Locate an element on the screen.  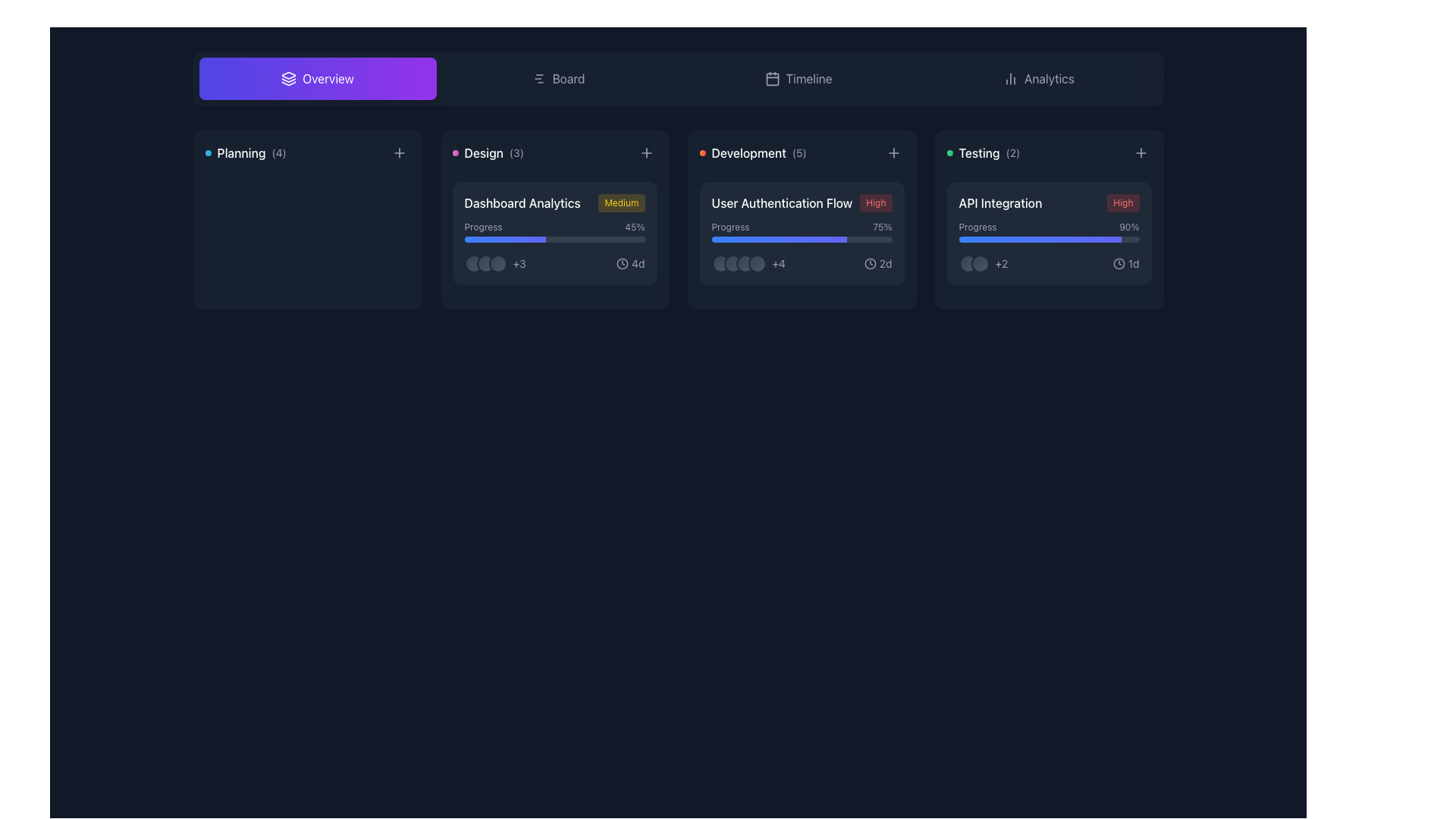
the progress indicated by the horizontally elongated progress bar with a gradient color transition from blue to indigo, located in the 'Dashboard Analytics' card under the 'Design' section, below the 'Progress' label and above '+3' is located at coordinates (505, 239).